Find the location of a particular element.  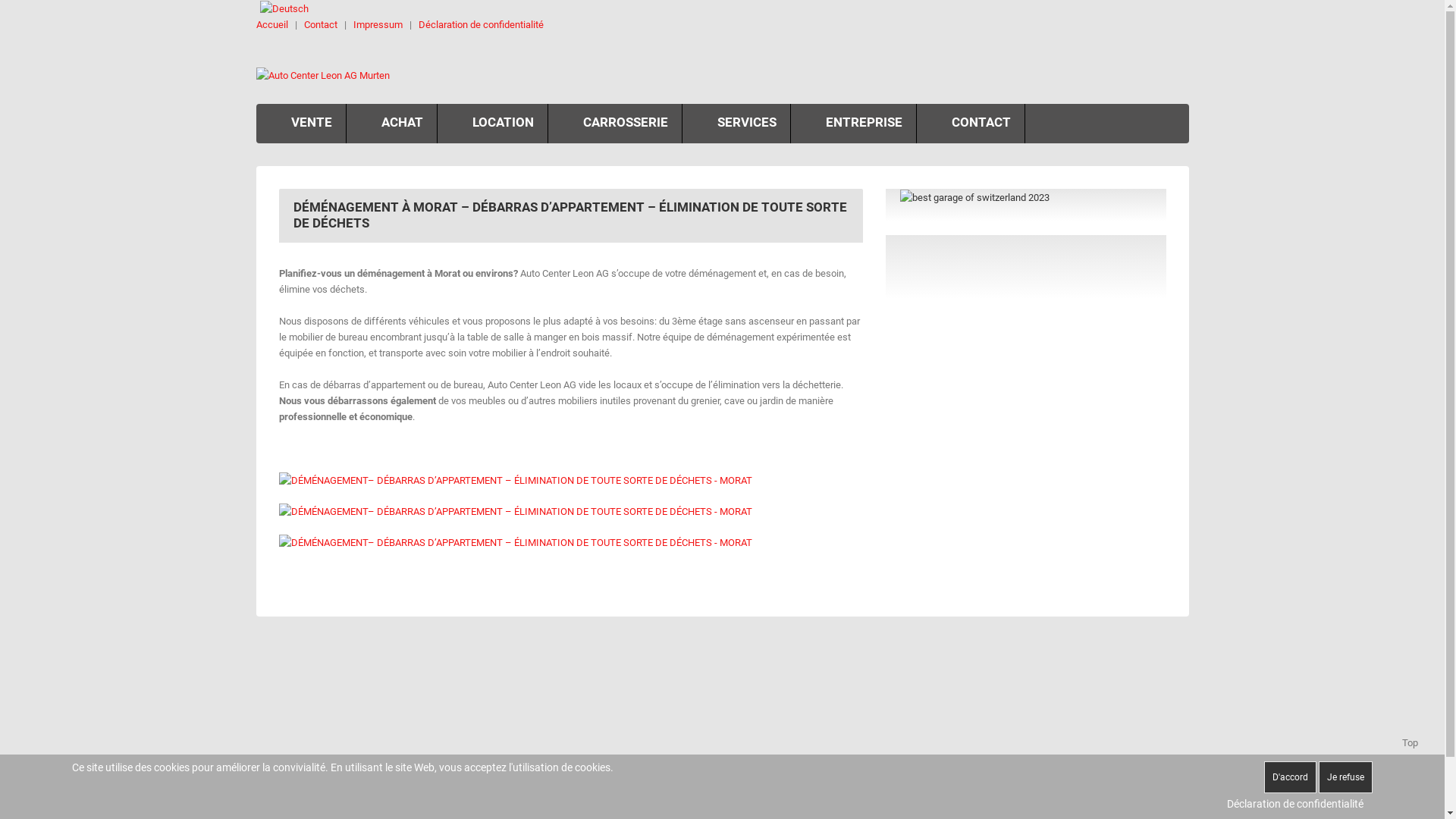

'info@autoleon.ch' is located at coordinates (924, 781).